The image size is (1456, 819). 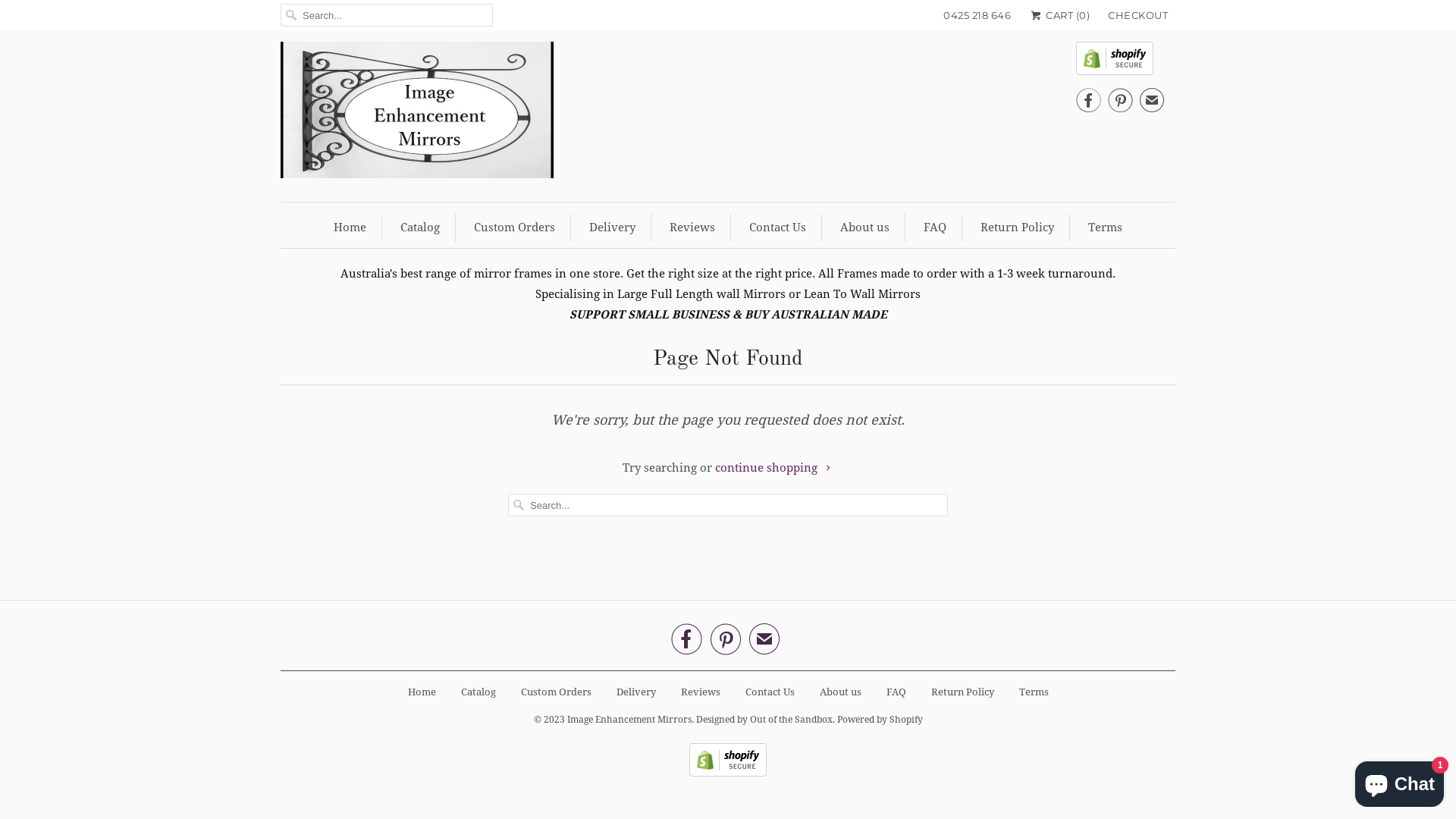 What do you see at coordinates (880, 714) in the screenshot?
I see `'Powered by Shopify'` at bounding box center [880, 714].